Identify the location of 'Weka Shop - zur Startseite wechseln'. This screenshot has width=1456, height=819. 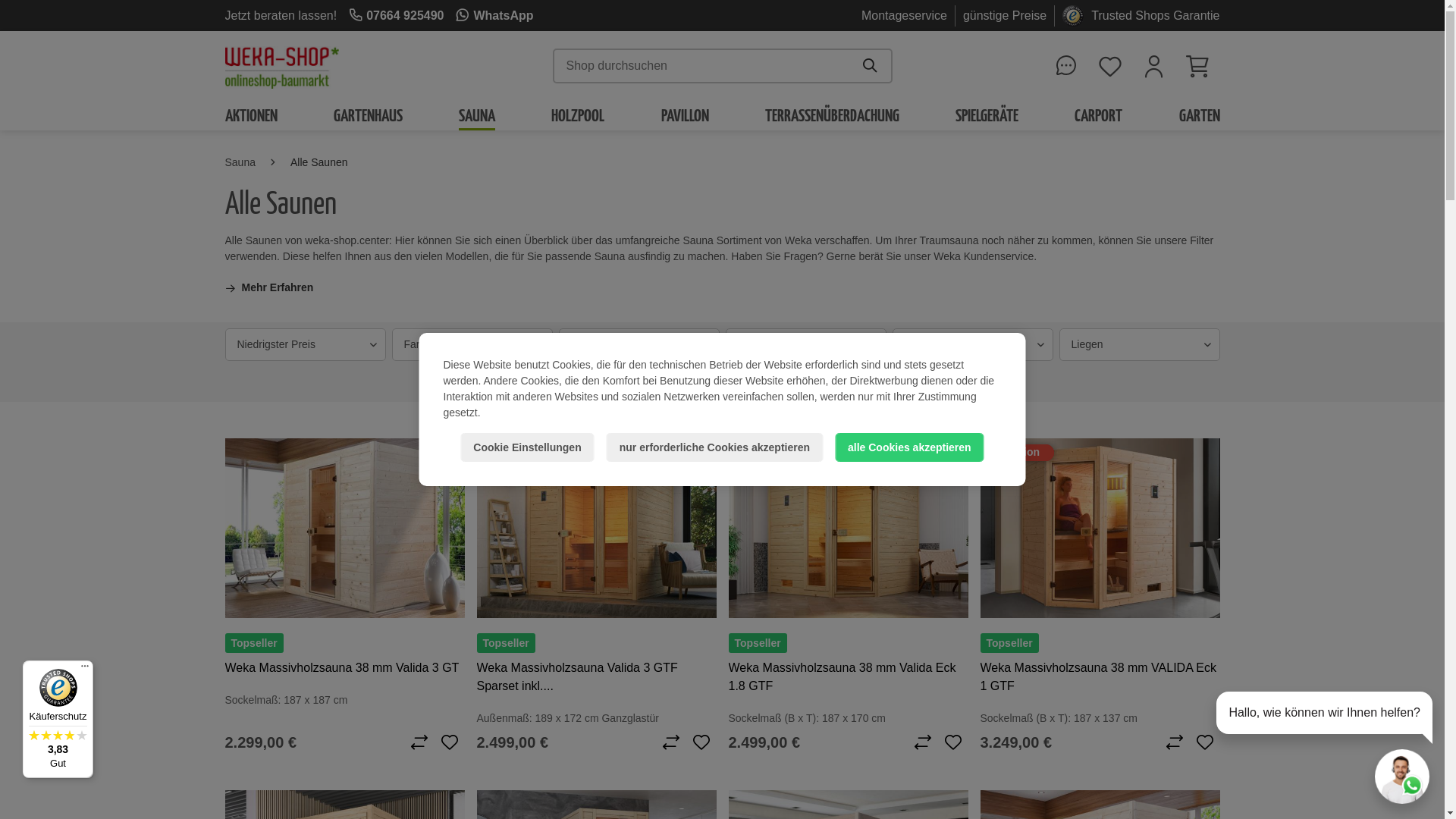
(281, 65).